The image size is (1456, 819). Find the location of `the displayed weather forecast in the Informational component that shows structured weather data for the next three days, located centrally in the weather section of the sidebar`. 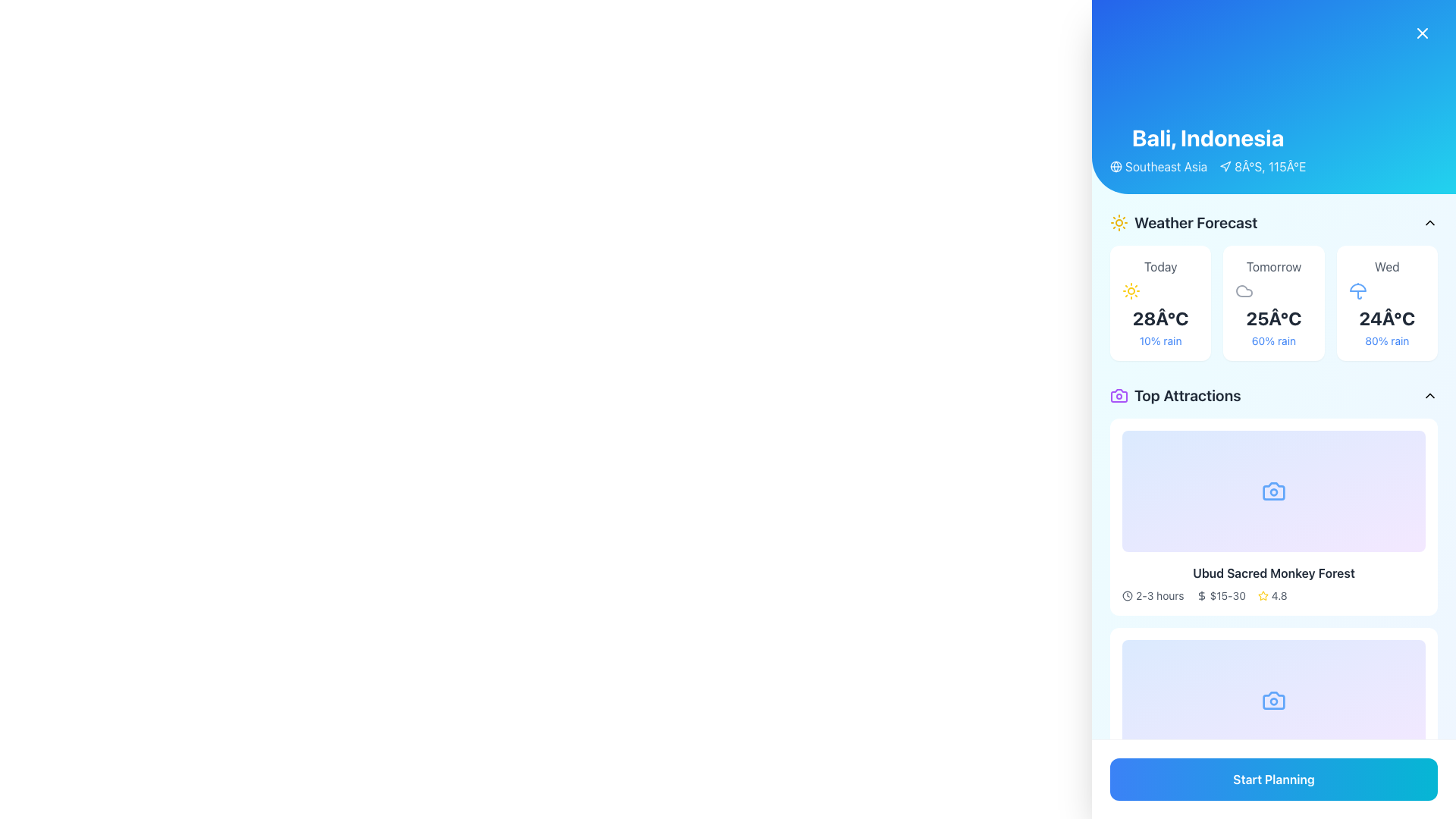

the displayed weather forecast in the Informational component that shows structured weather data for the next three days, located centrally in the weather section of the sidebar is located at coordinates (1274, 287).